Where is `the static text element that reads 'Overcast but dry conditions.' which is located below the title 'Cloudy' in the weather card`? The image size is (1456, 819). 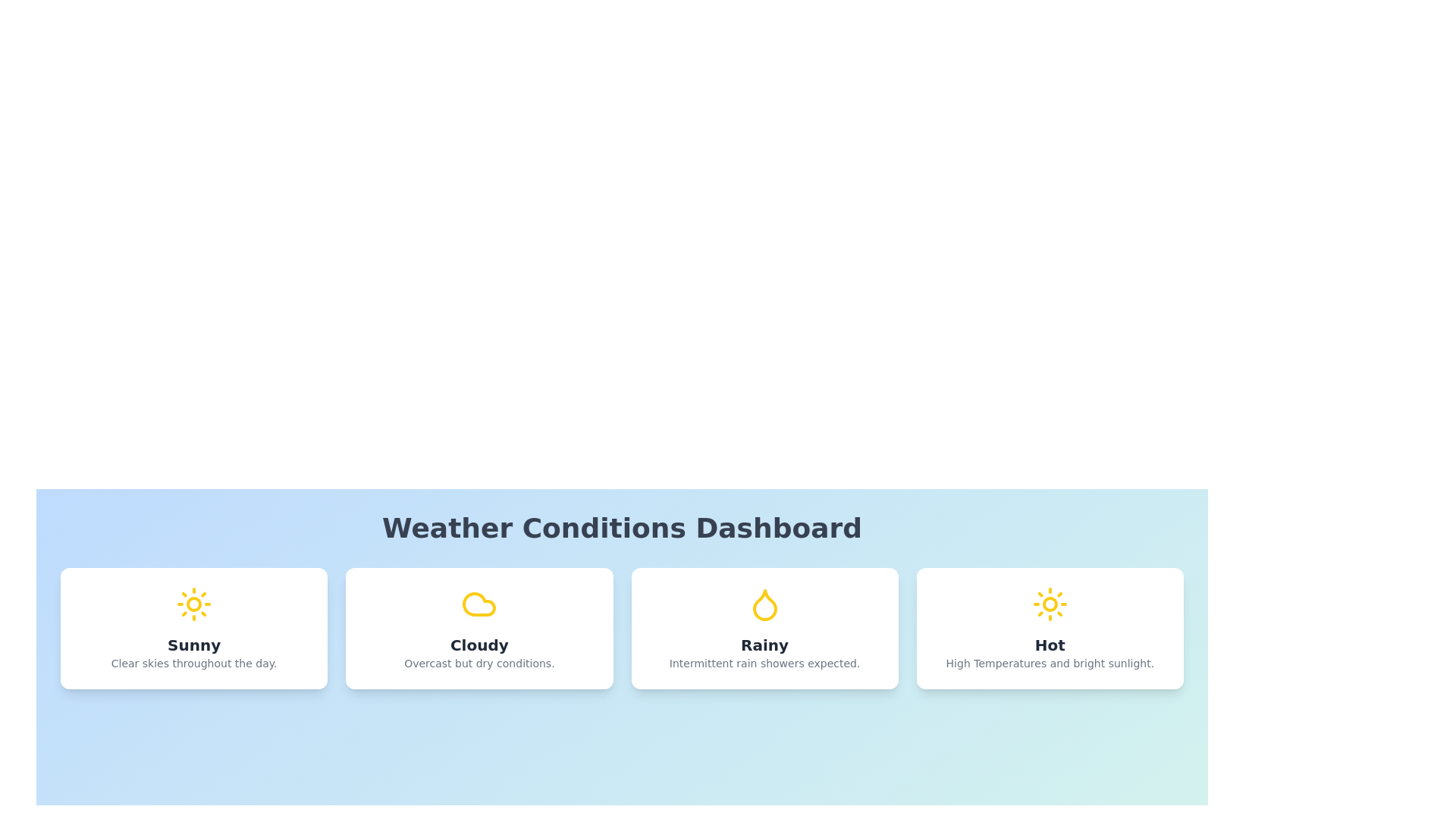 the static text element that reads 'Overcast but dry conditions.' which is located below the title 'Cloudy' in the weather card is located at coordinates (479, 663).